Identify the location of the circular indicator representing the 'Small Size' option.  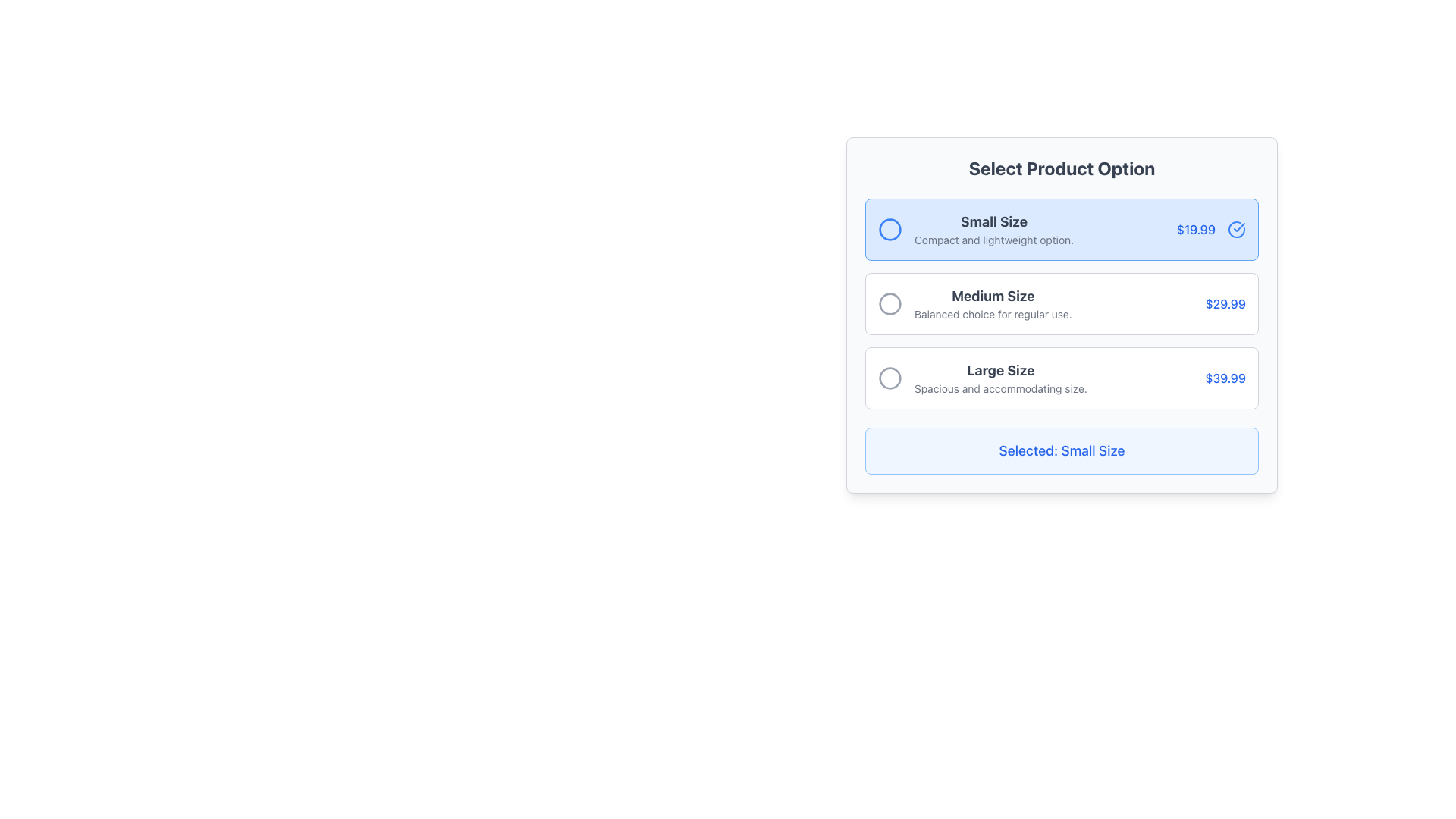
(890, 230).